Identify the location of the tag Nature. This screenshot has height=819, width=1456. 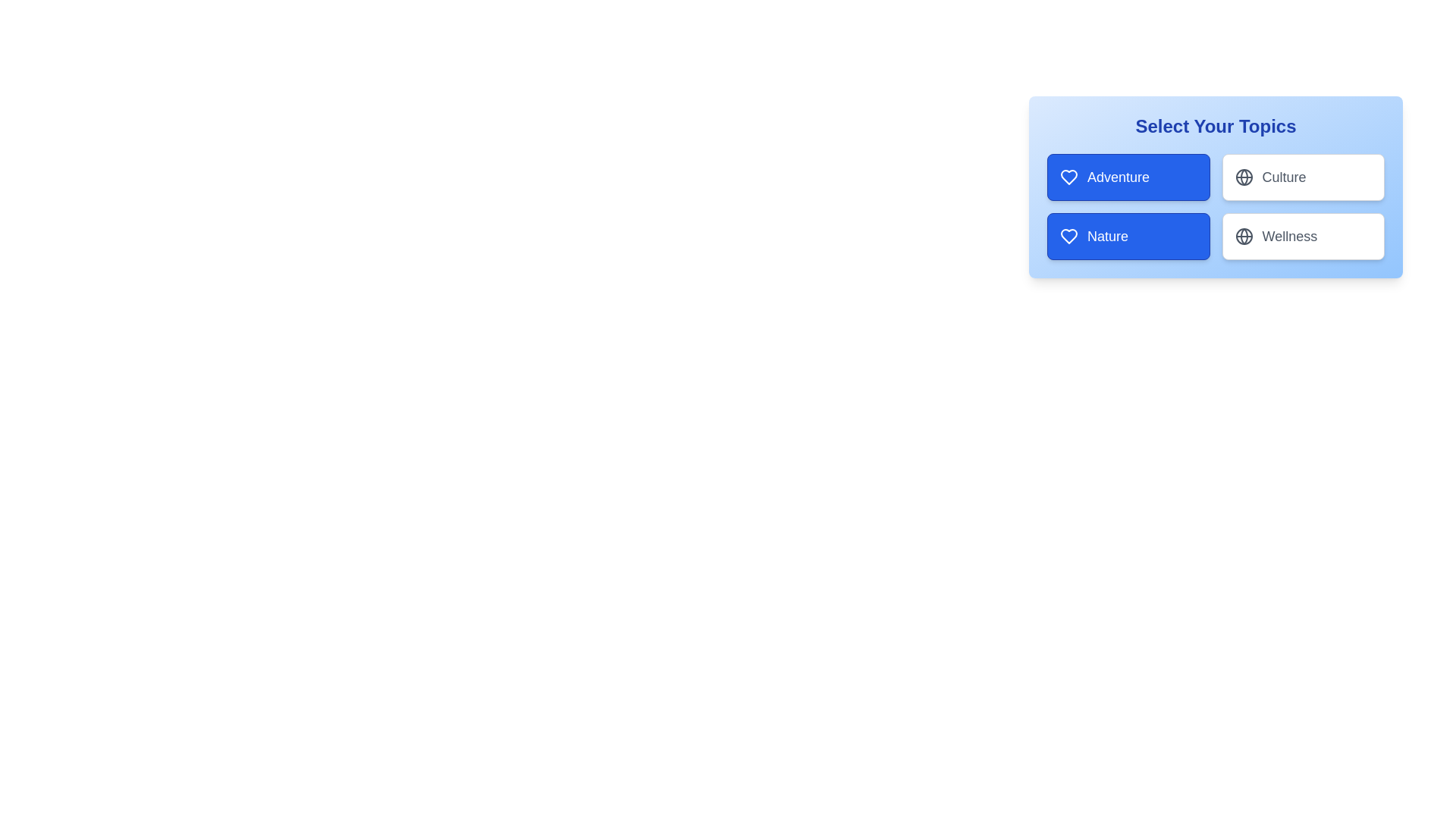
(1128, 237).